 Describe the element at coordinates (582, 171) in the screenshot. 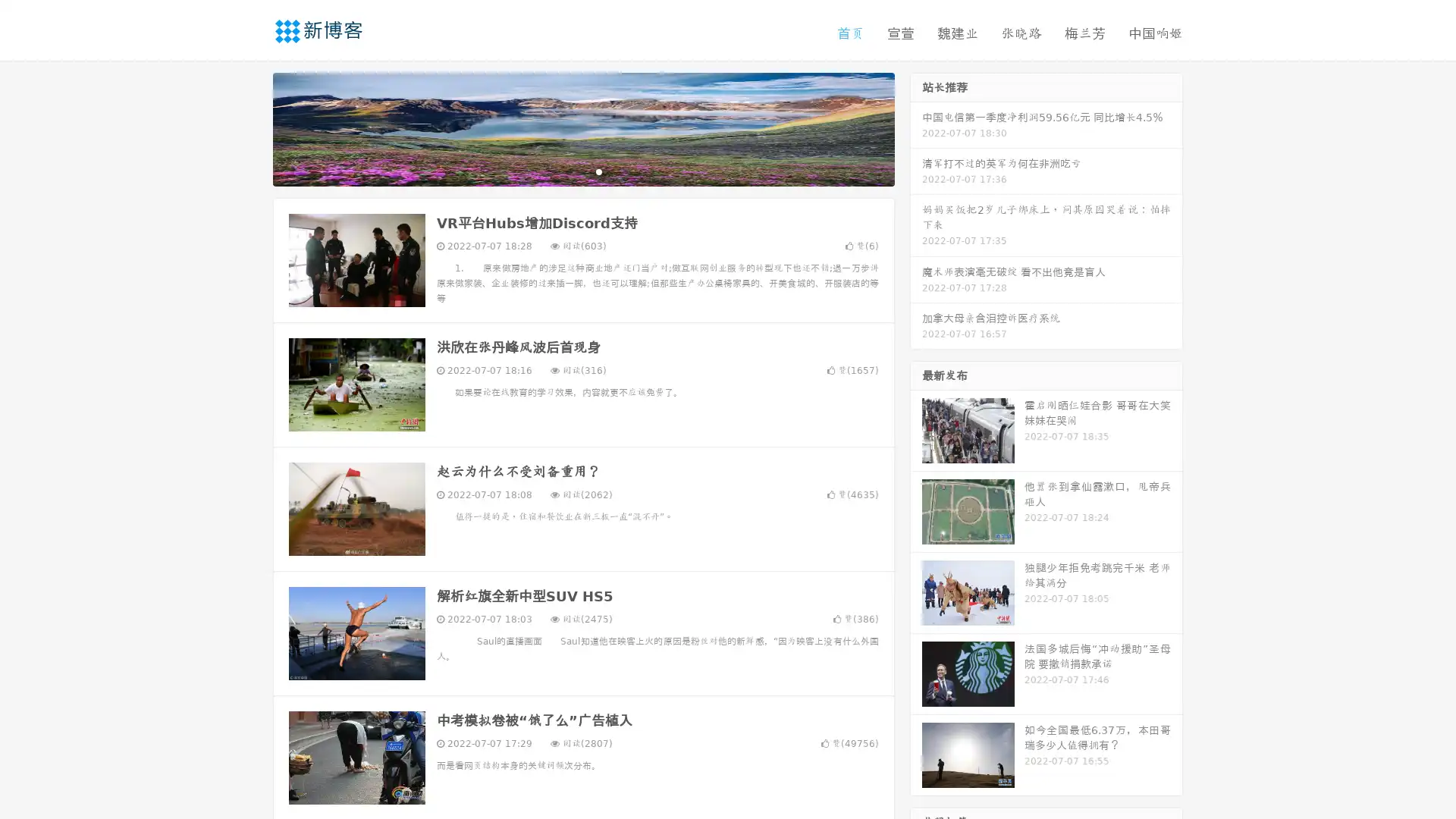

I see `Go to slide 2` at that location.